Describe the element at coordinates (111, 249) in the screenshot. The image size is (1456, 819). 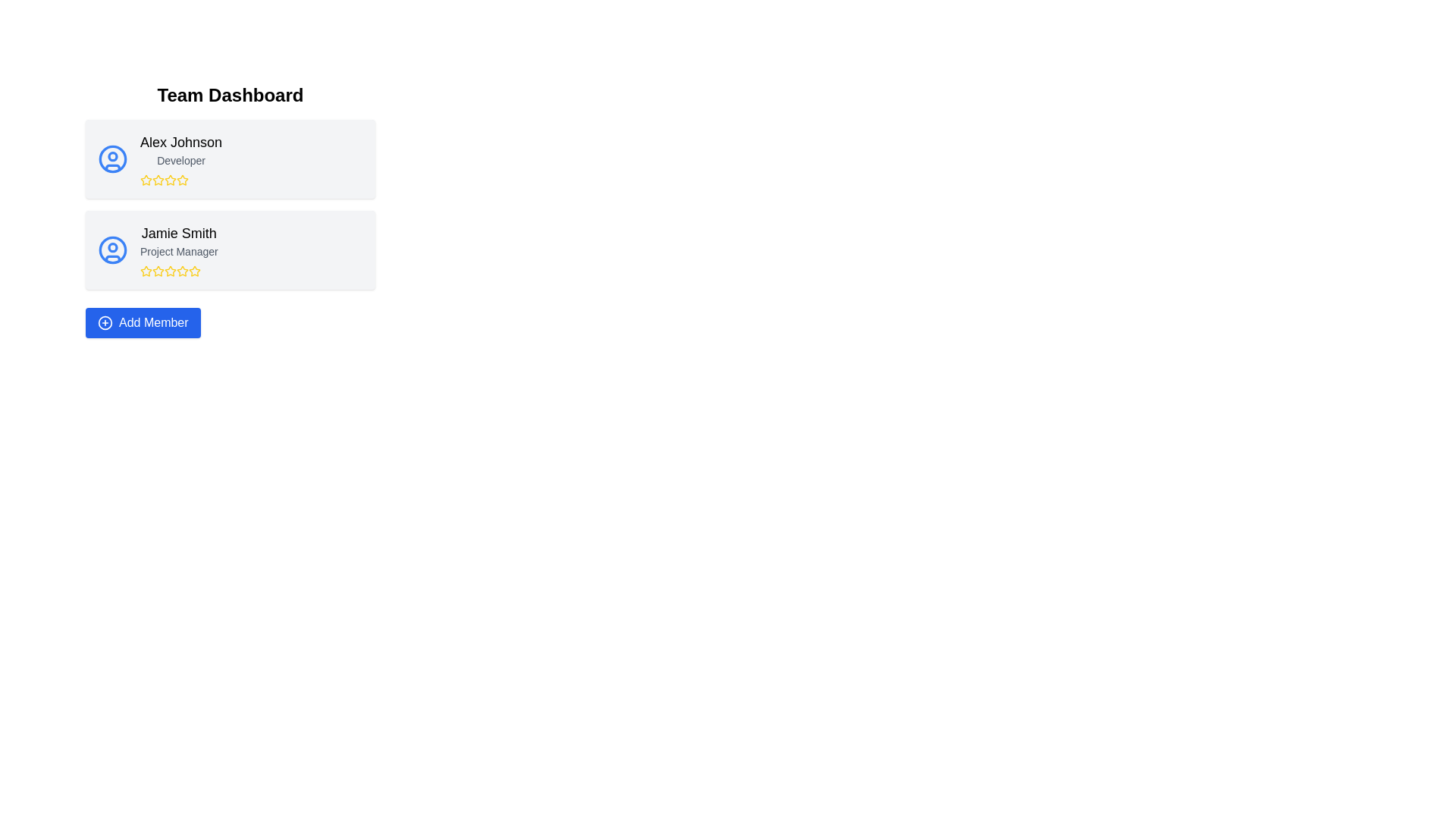
I see `the circular blue user profile icon located to the left of the text 'Jamie Smith' and 'Project Manager'` at that location.